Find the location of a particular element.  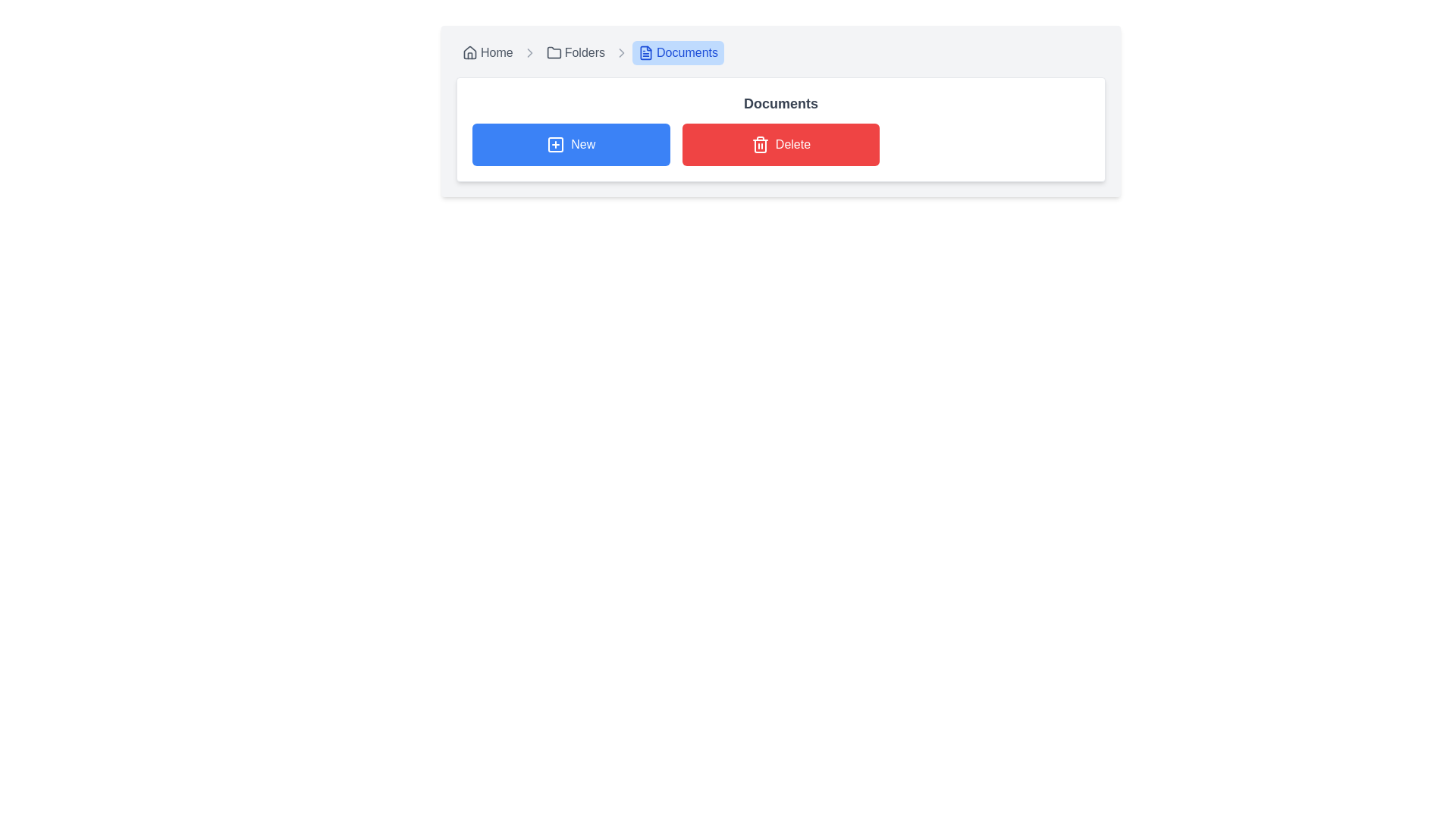

the 'Delete' text label, which is styled with a red background and white font color, located within the 'Delete' button adjacent to the trash icon is located at coordinates (792, 145).